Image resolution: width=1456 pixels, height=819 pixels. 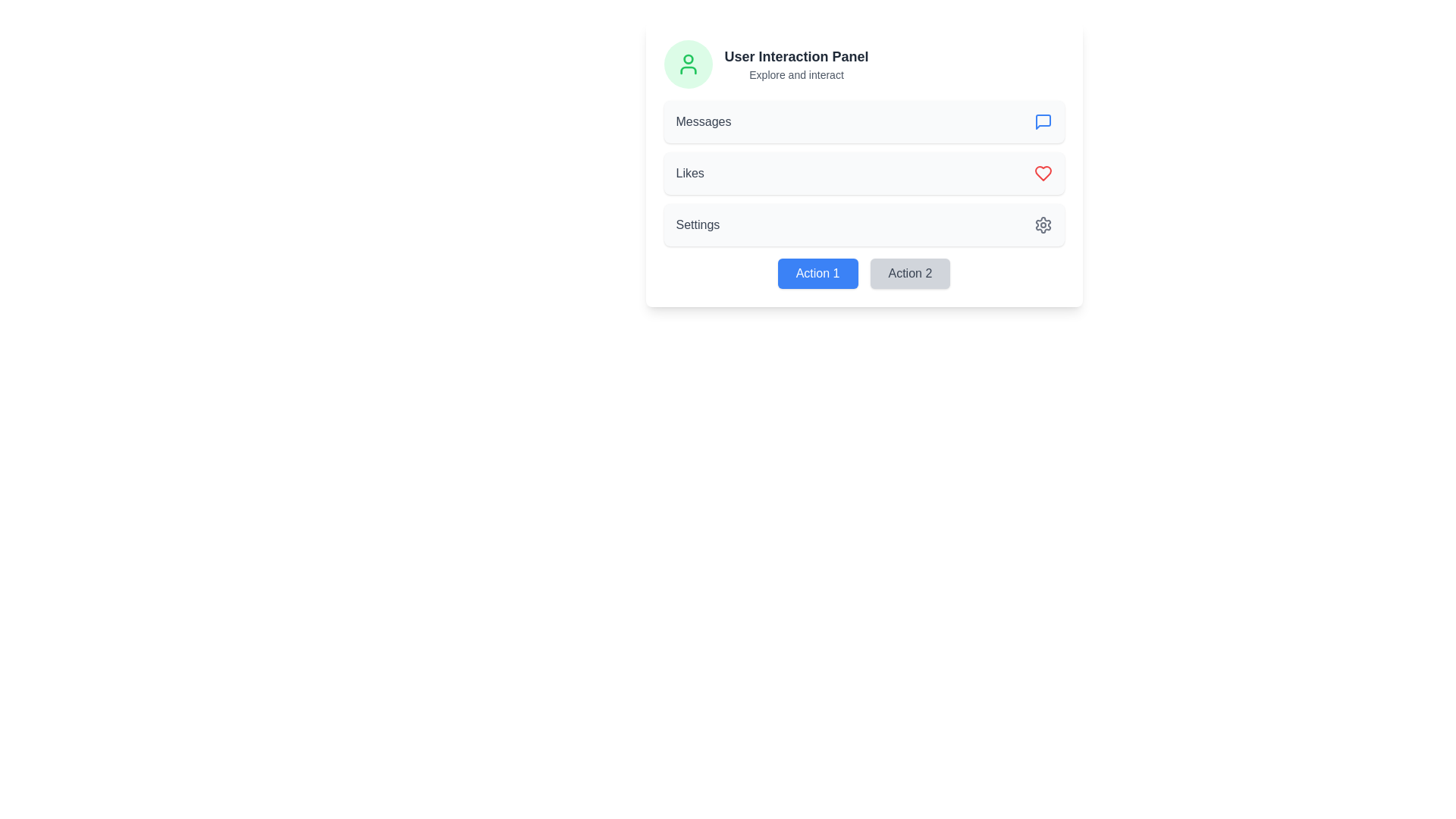 What do you see at coordinates (687, 63) in the screenshot?
I see `the circular green icon with a user profile outline located at the top left corner of the 'User Interaction Panel'` at bounding box center [687, 63].